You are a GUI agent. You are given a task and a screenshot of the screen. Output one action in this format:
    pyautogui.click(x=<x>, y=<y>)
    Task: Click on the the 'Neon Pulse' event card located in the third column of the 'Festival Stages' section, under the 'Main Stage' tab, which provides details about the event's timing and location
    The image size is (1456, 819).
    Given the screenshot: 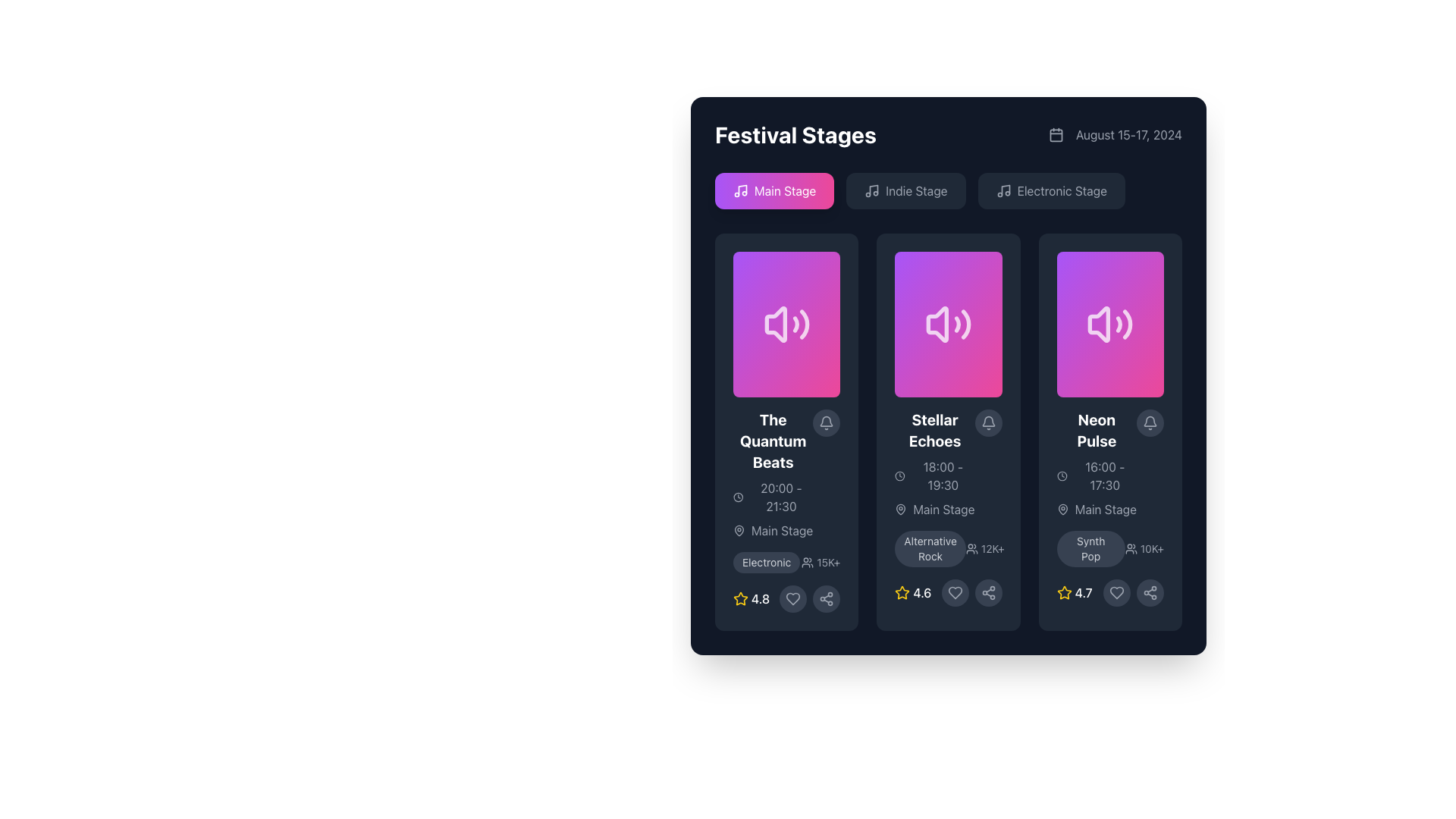 What is the action you would take?
    pyautogui.click(x=1097, y=463)
    